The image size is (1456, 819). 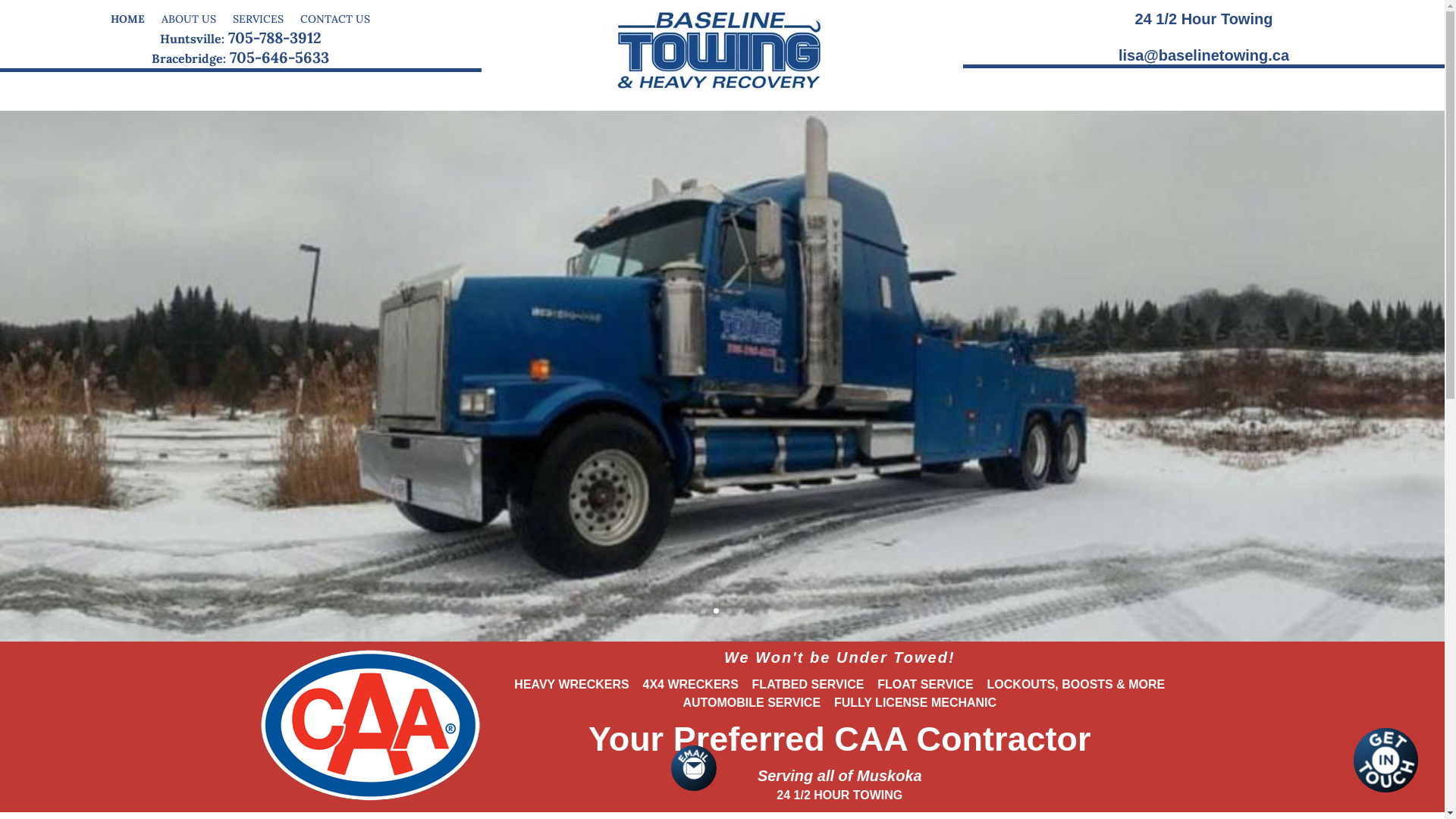 I want to click on 'lisa@baselinetowing.ca', so click(x=1203, y=55).